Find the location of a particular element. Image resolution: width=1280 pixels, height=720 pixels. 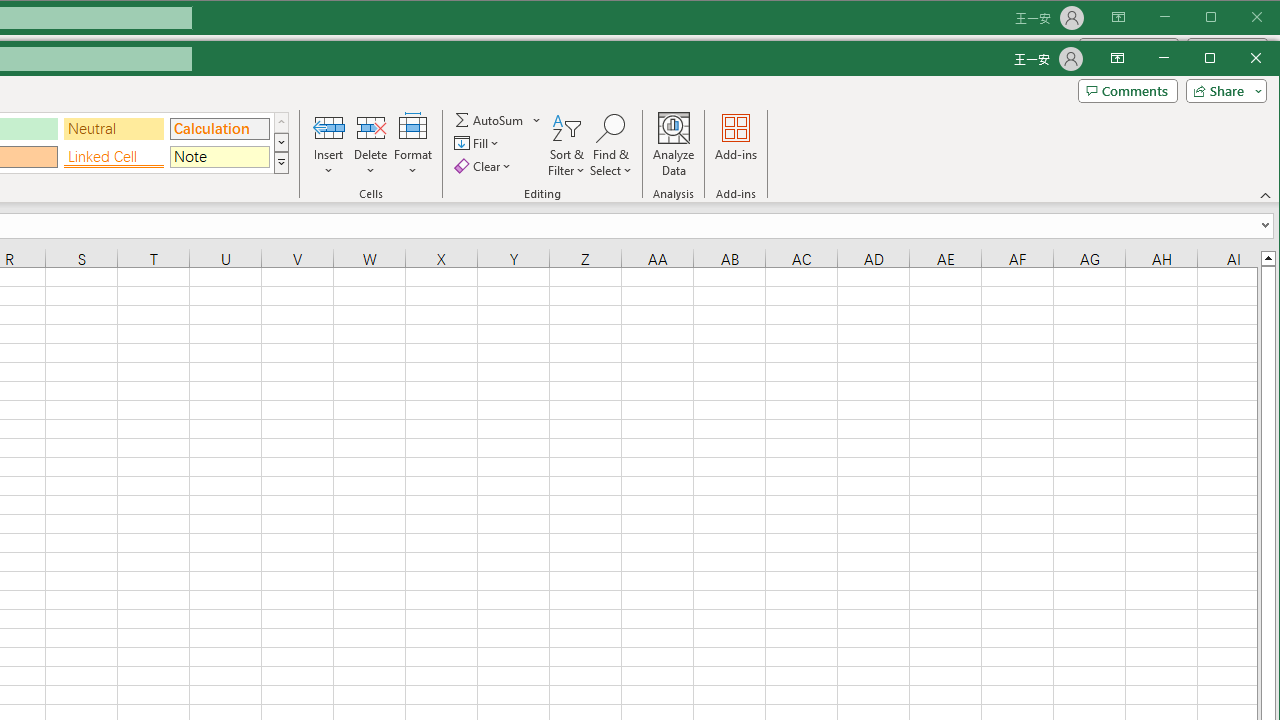

'Comments' is located at coordinates (1127, 91).